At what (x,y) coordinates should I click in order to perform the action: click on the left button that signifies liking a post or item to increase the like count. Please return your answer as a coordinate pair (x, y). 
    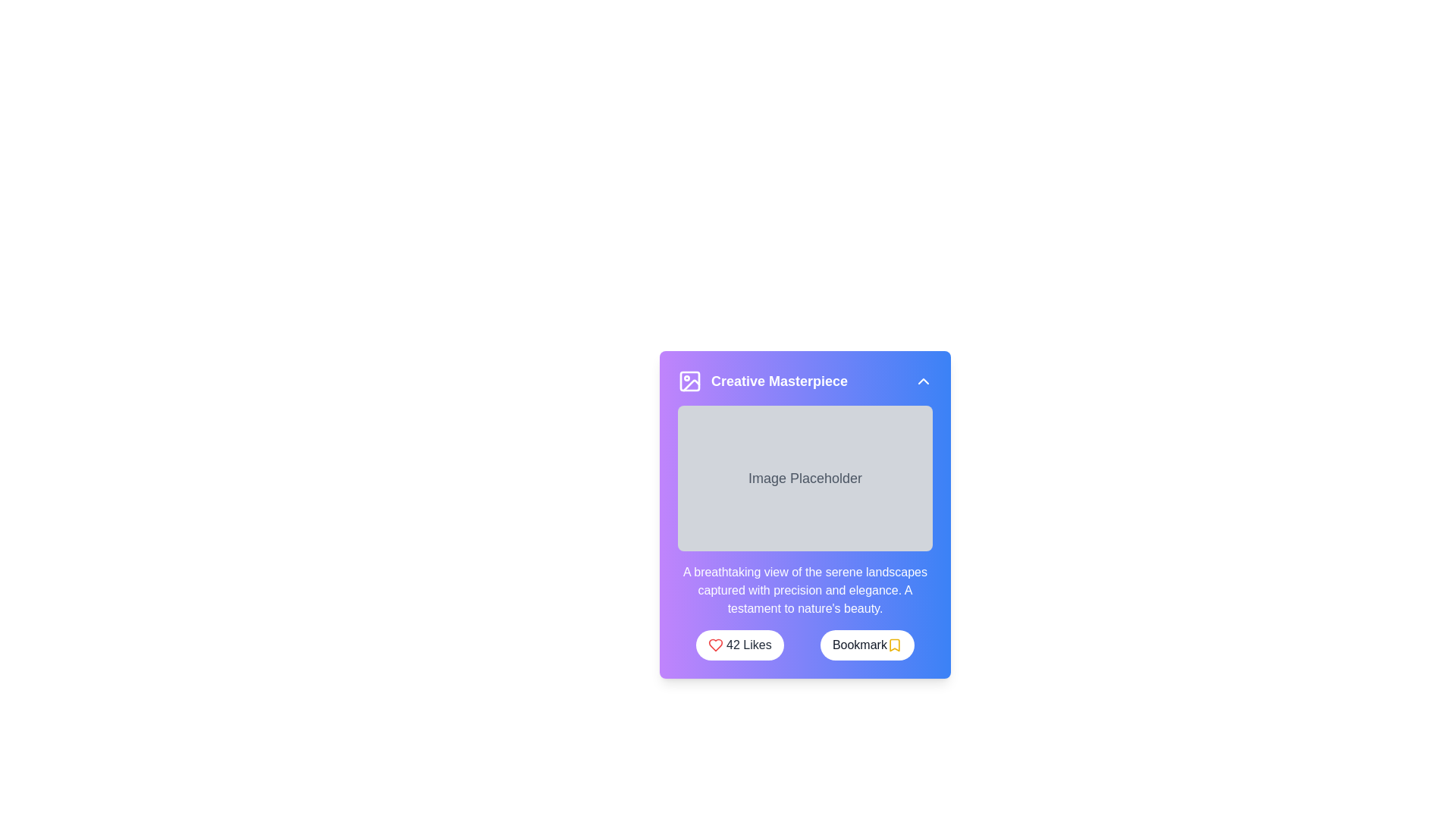
    Looking at the image, I should click on (739, 645).